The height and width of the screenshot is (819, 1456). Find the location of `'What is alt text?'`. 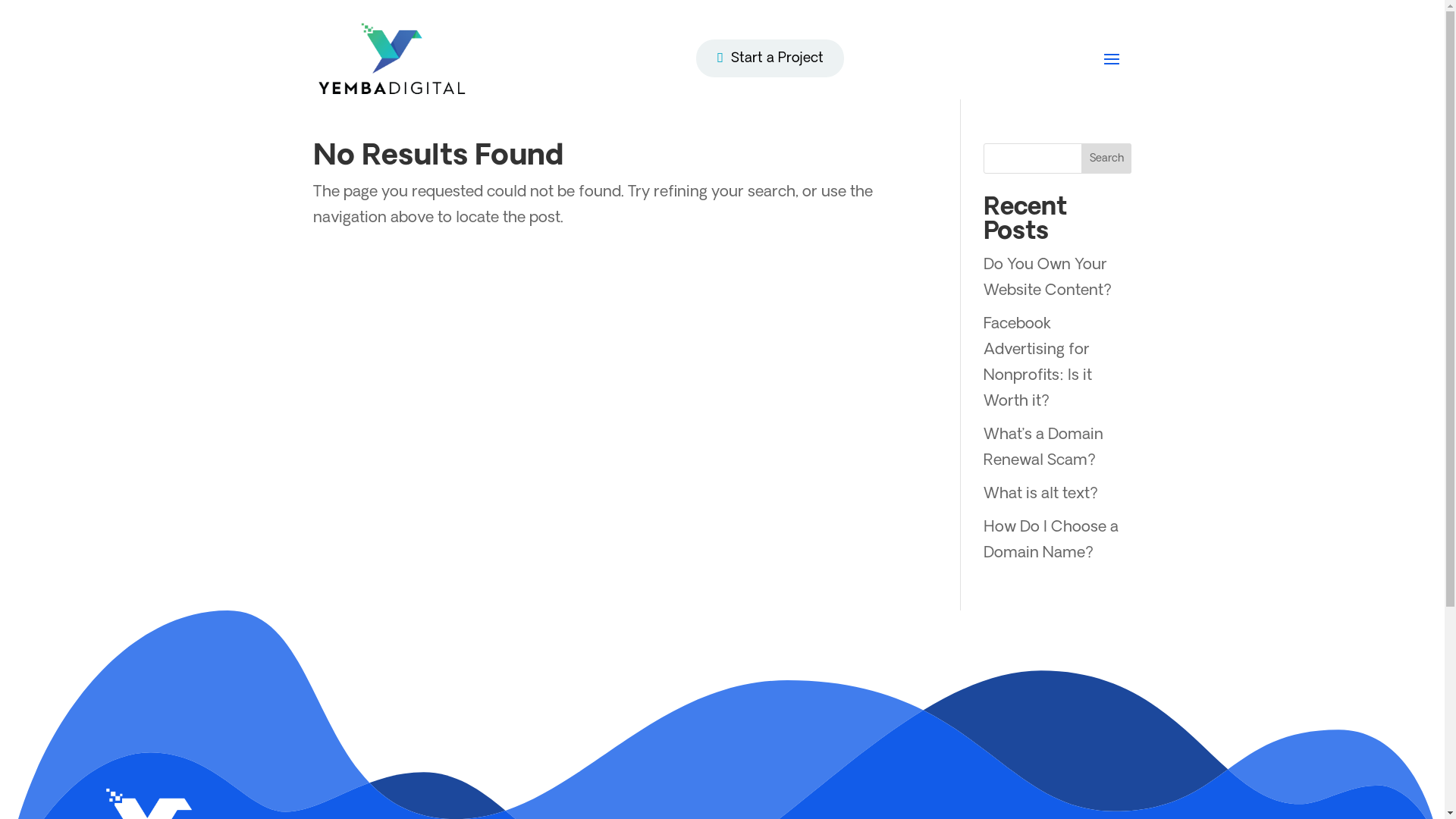

'What is alt text?' is located at coordinates (1040, 494).